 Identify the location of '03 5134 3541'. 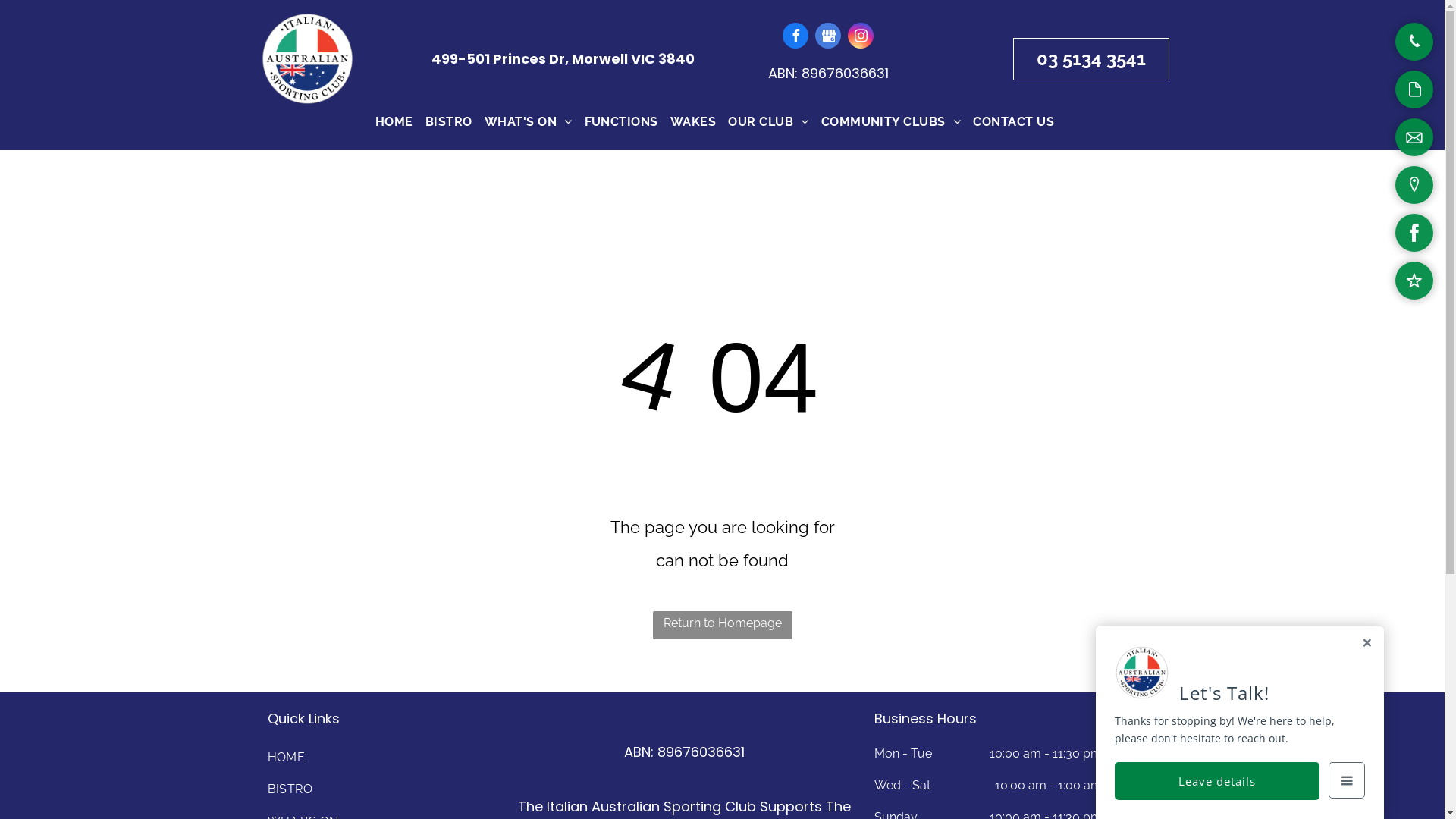
(1090, 58).